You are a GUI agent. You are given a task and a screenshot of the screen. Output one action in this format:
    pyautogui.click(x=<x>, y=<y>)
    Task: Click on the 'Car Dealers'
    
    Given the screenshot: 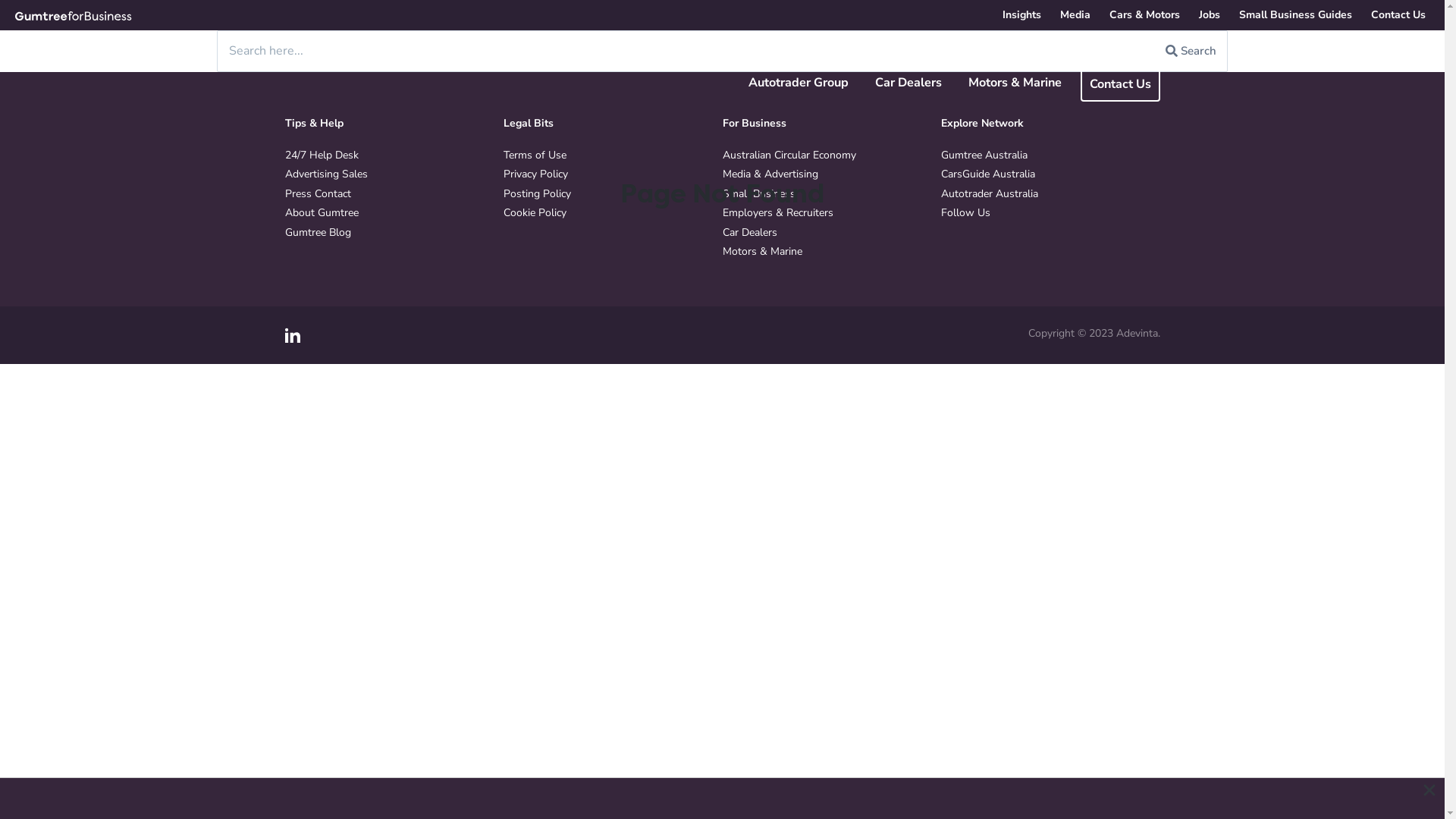 What is the action you would take?
    pyautogui.click(x=720, y=232)
    